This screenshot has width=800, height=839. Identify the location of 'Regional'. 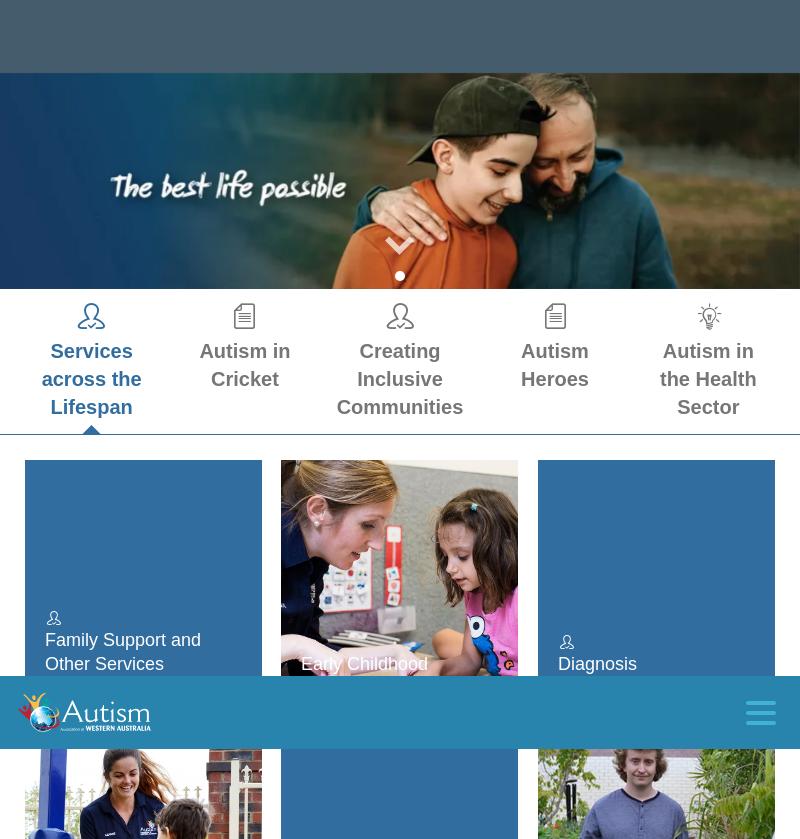
(64, 513).